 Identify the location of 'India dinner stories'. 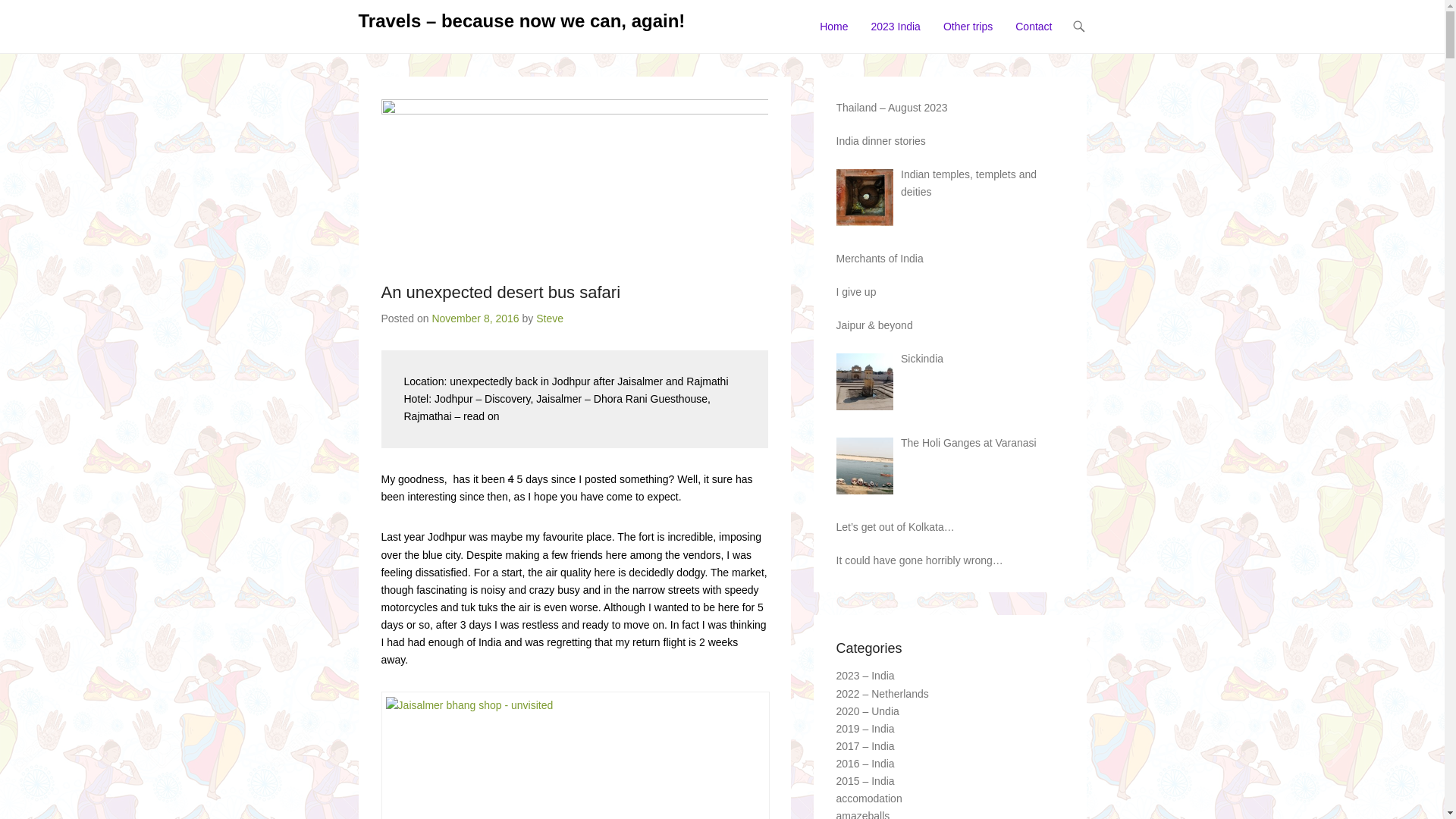
(880, 140).